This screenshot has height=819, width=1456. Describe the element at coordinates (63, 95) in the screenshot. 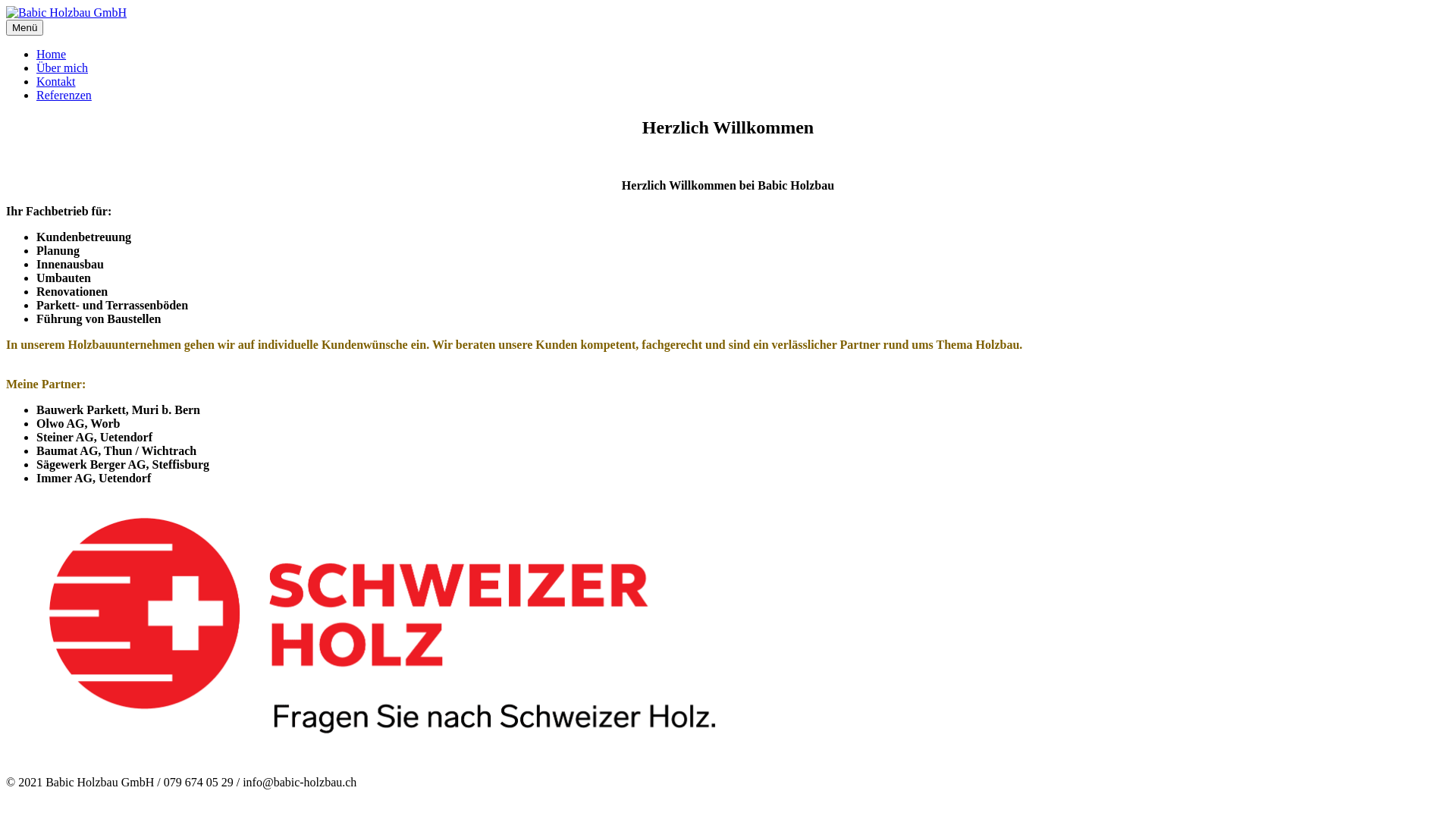

I see `'Referenzen'` at that location.